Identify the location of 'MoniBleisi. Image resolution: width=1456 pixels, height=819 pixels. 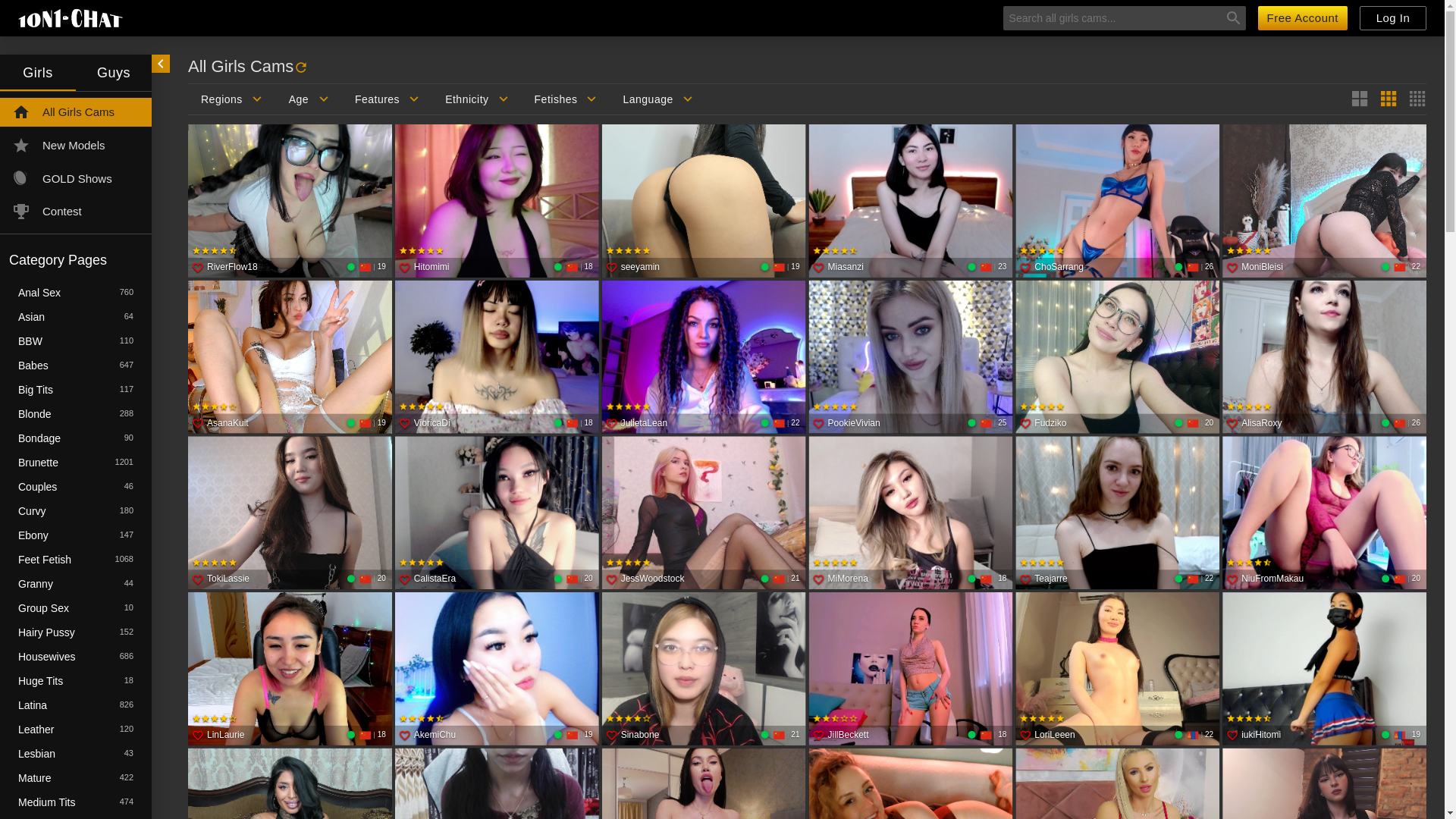
(1323, 201).